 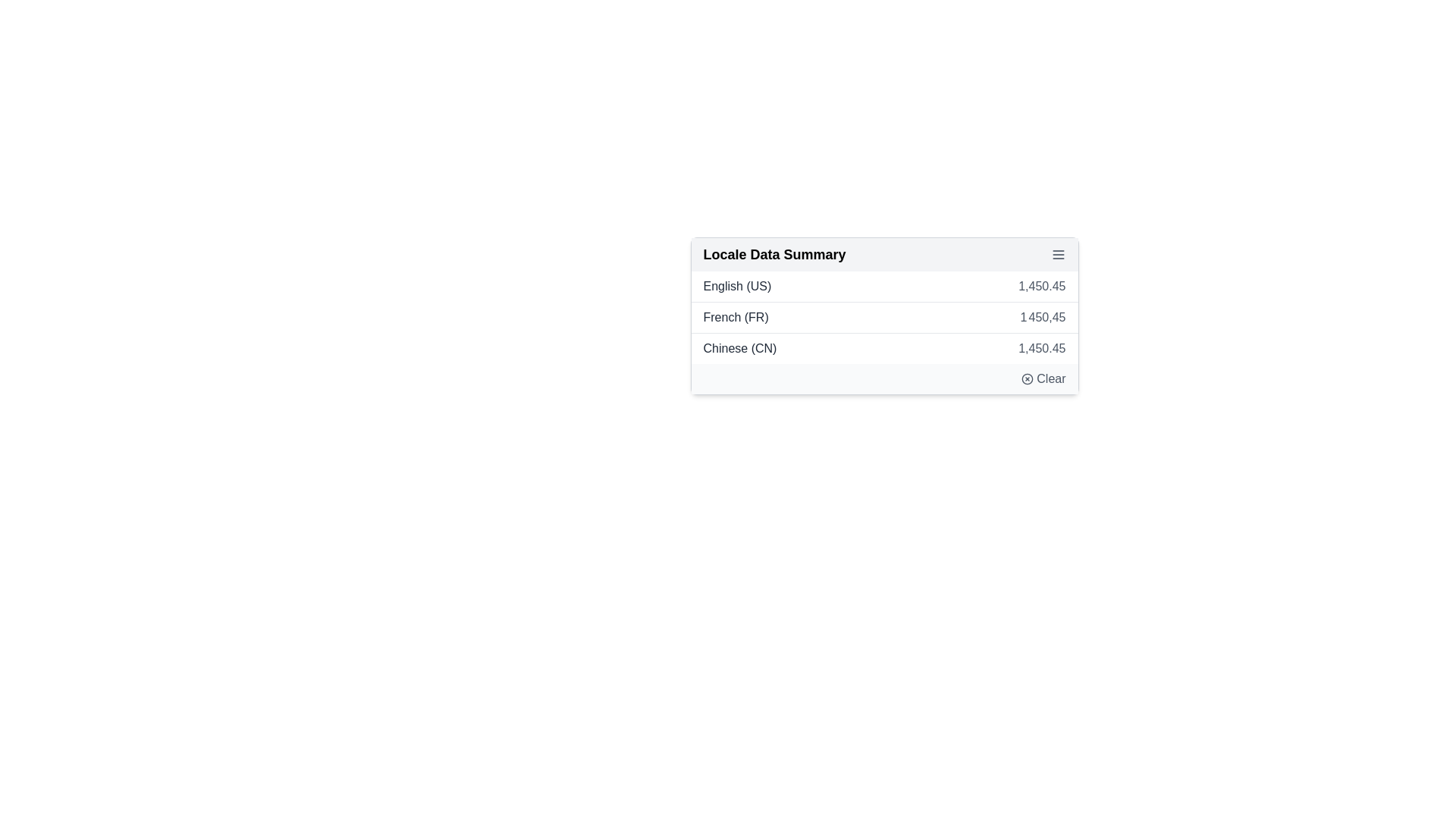 What do you see at coordinates (1028, 378) in the screenshot?
I see `the Icon button located at the bottom-right corner of the 'Locale Data Summary' table` at bounding box center [1028, 378].